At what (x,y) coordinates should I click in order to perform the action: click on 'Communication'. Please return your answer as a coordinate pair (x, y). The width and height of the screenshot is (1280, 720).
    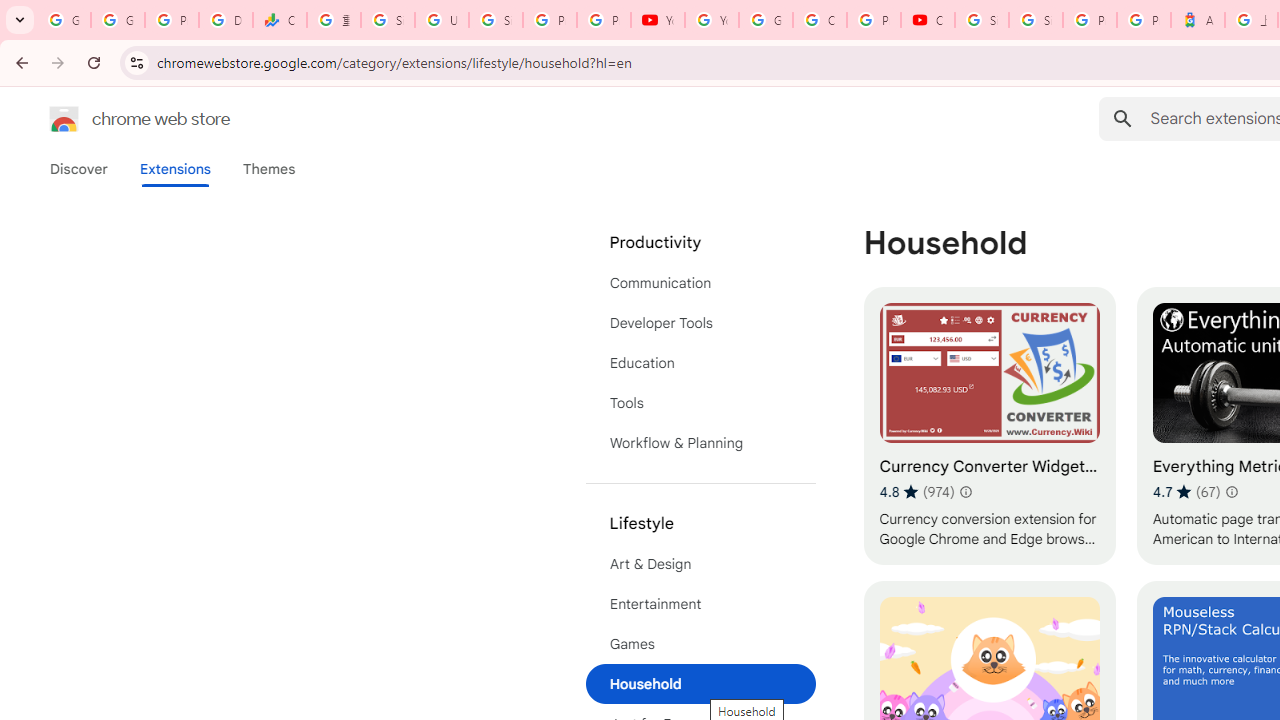
    Looking at the image, I should click on (700, 282).